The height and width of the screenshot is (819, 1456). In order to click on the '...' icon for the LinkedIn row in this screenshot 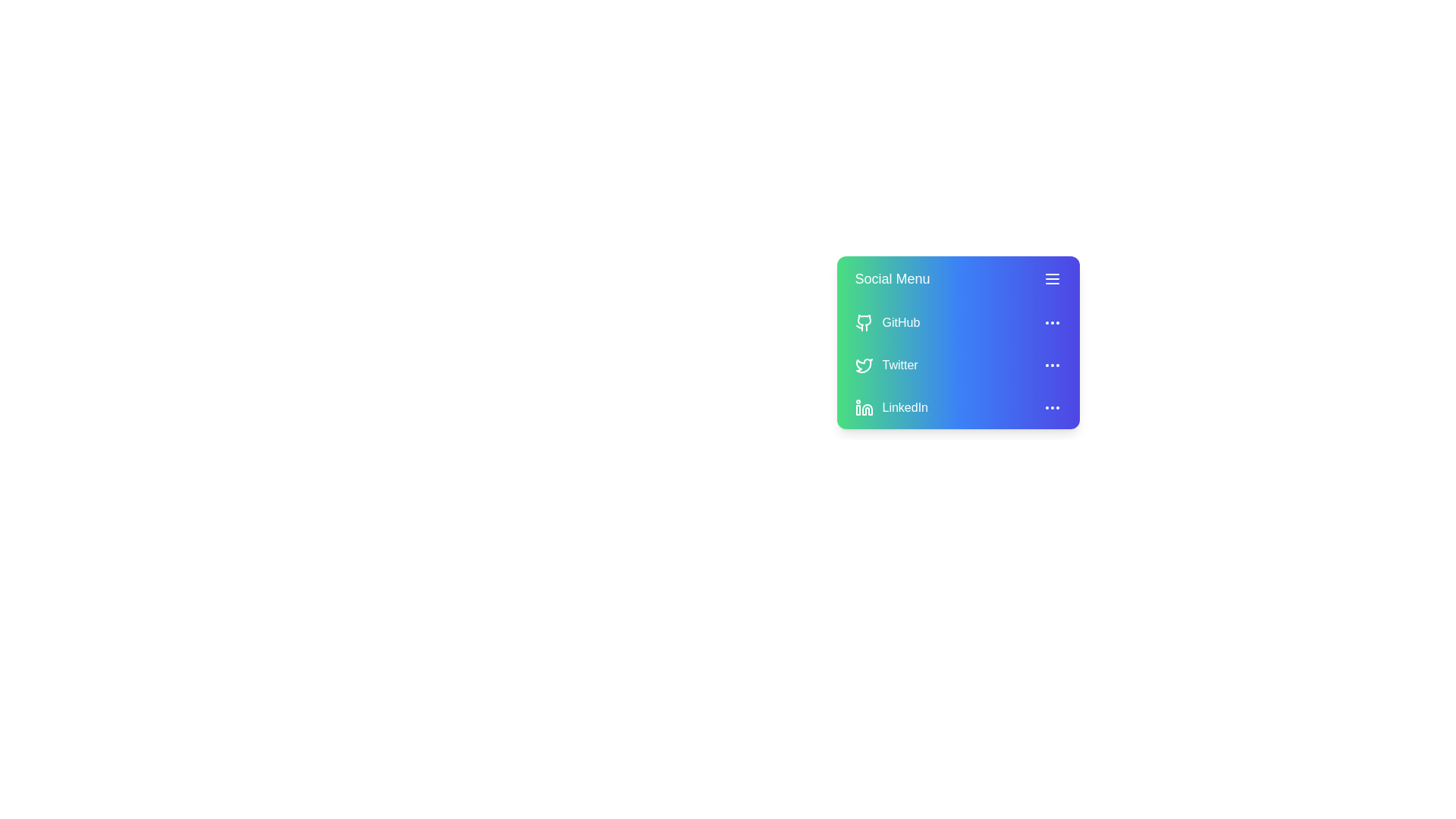, I will do `click(1051, 406)`.